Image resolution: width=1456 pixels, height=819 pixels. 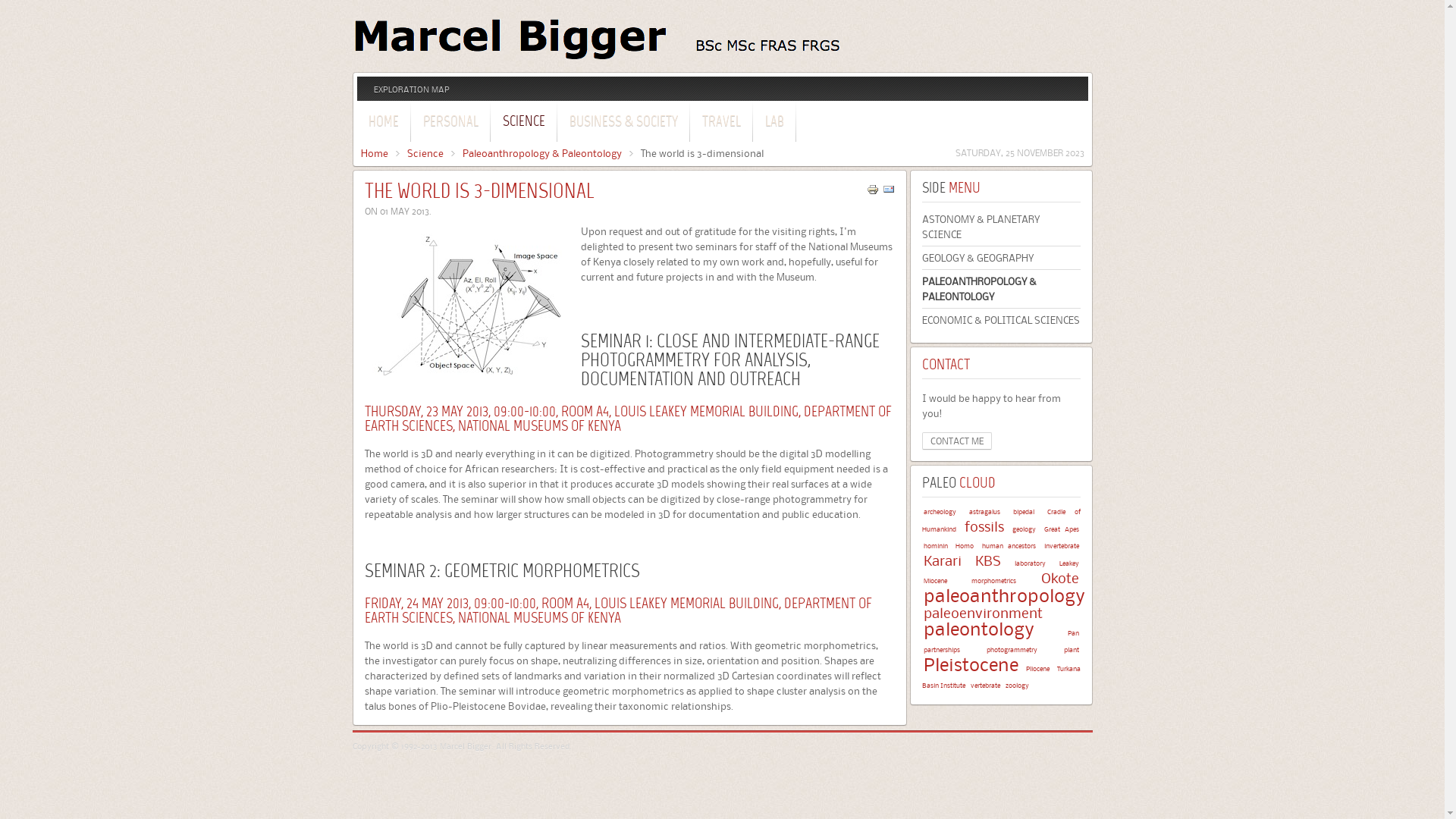 What do you see at coordinates (921, 676) in the screenshot?
I see `'Turkana Basin Institute'` at bounding box center [921, 676].